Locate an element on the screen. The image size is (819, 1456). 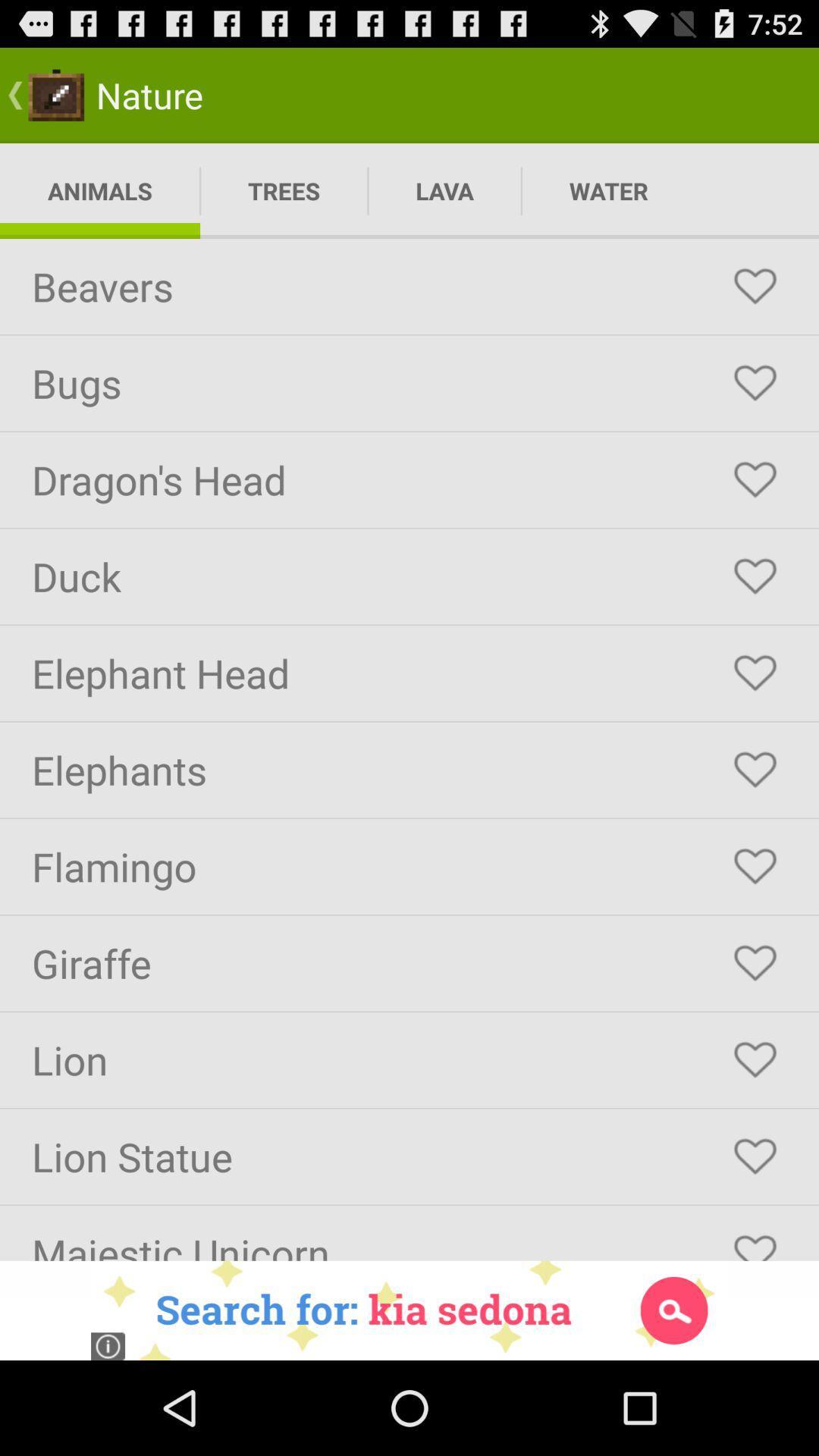
to favorite is located at coordinates (755, 1241).